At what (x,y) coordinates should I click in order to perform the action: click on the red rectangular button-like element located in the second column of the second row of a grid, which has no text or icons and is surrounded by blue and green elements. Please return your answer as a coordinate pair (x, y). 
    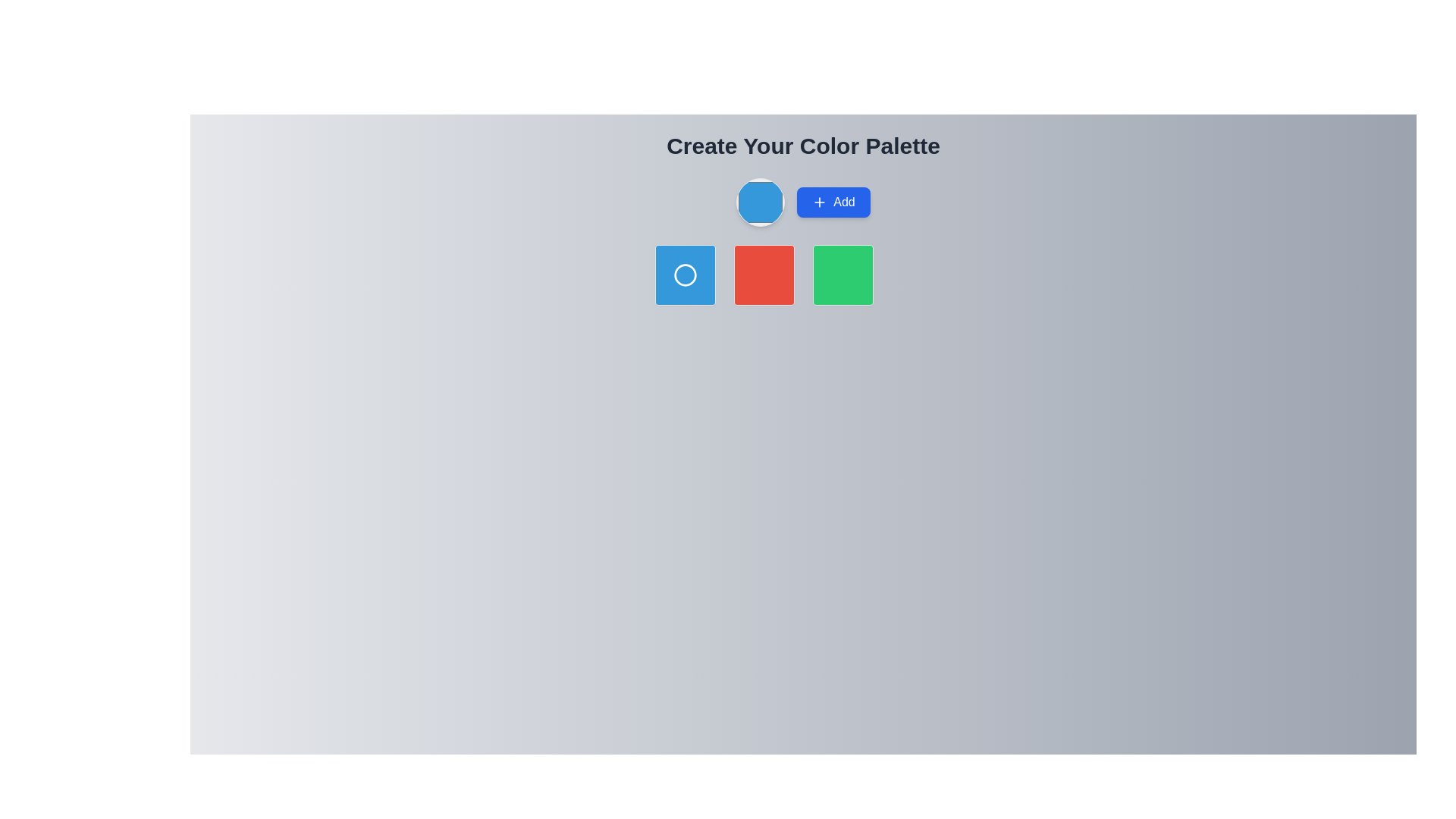
    Looking at the image, I should click on (764, 275).